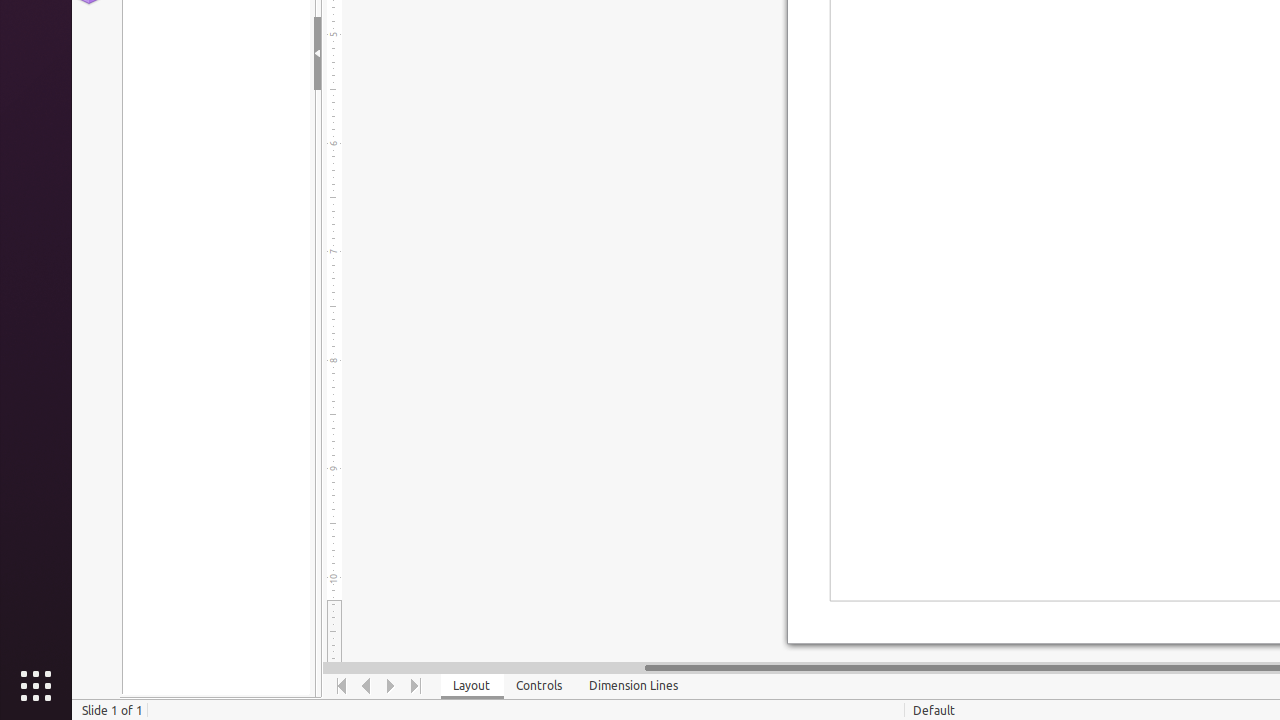 The width and height of the screenshot is (1280, 720). I want to click on 'Move Left', so click(366, 685).